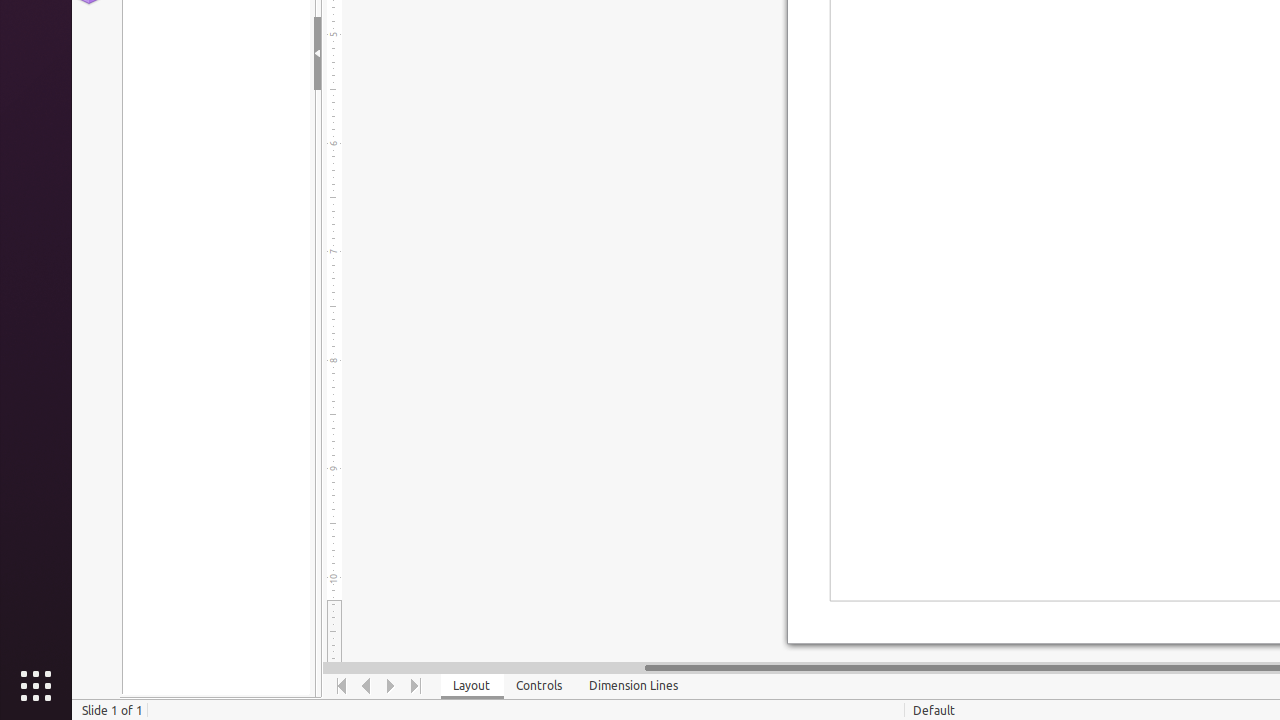 The width and height of the screenshot is (1280, 720). I want to click on 'Move Left', so click(366, 685).